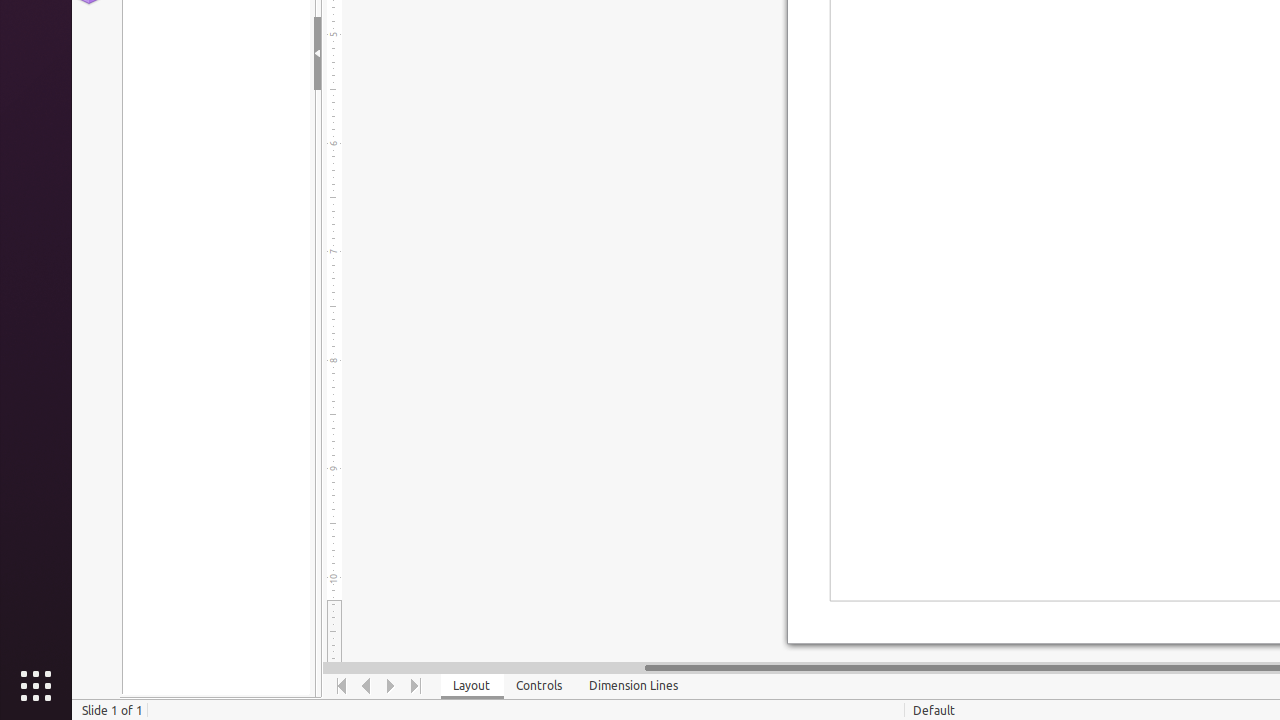 The width and height of the screenshot is (1280, 720). I want to click on 'Move Left', so click(366, 685).